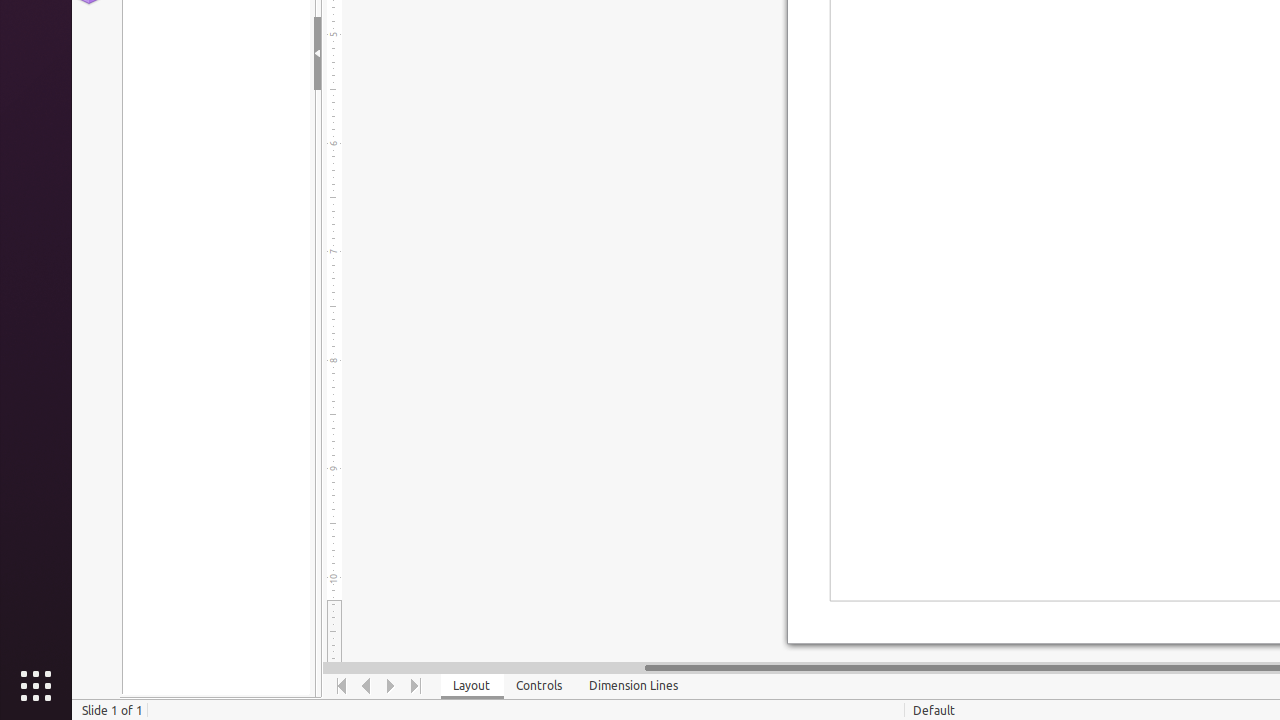 The width and height of the screenshot is (1280, 720). I want to click on 'Move Left', so click(366, 685).